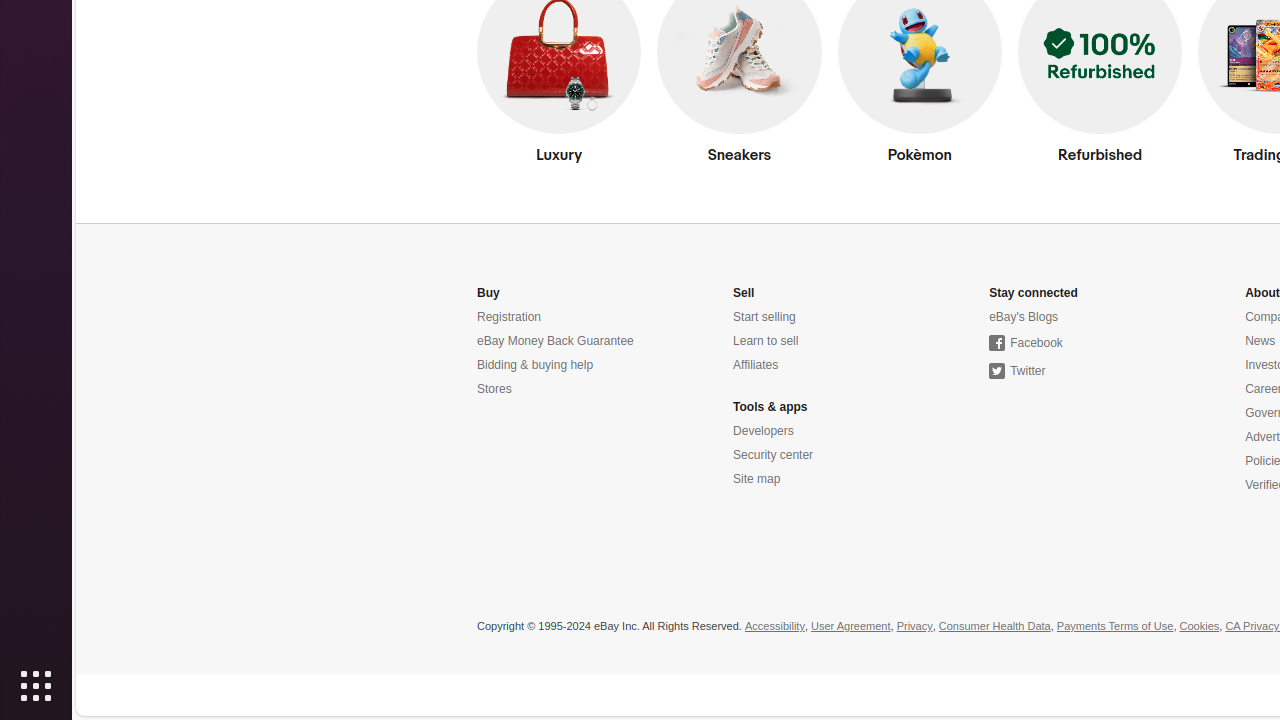 This screenshot has height=720, width=1280. Describe the element at coordinates (488, 293) in the screenshot. I see `'Buy'` at that location.